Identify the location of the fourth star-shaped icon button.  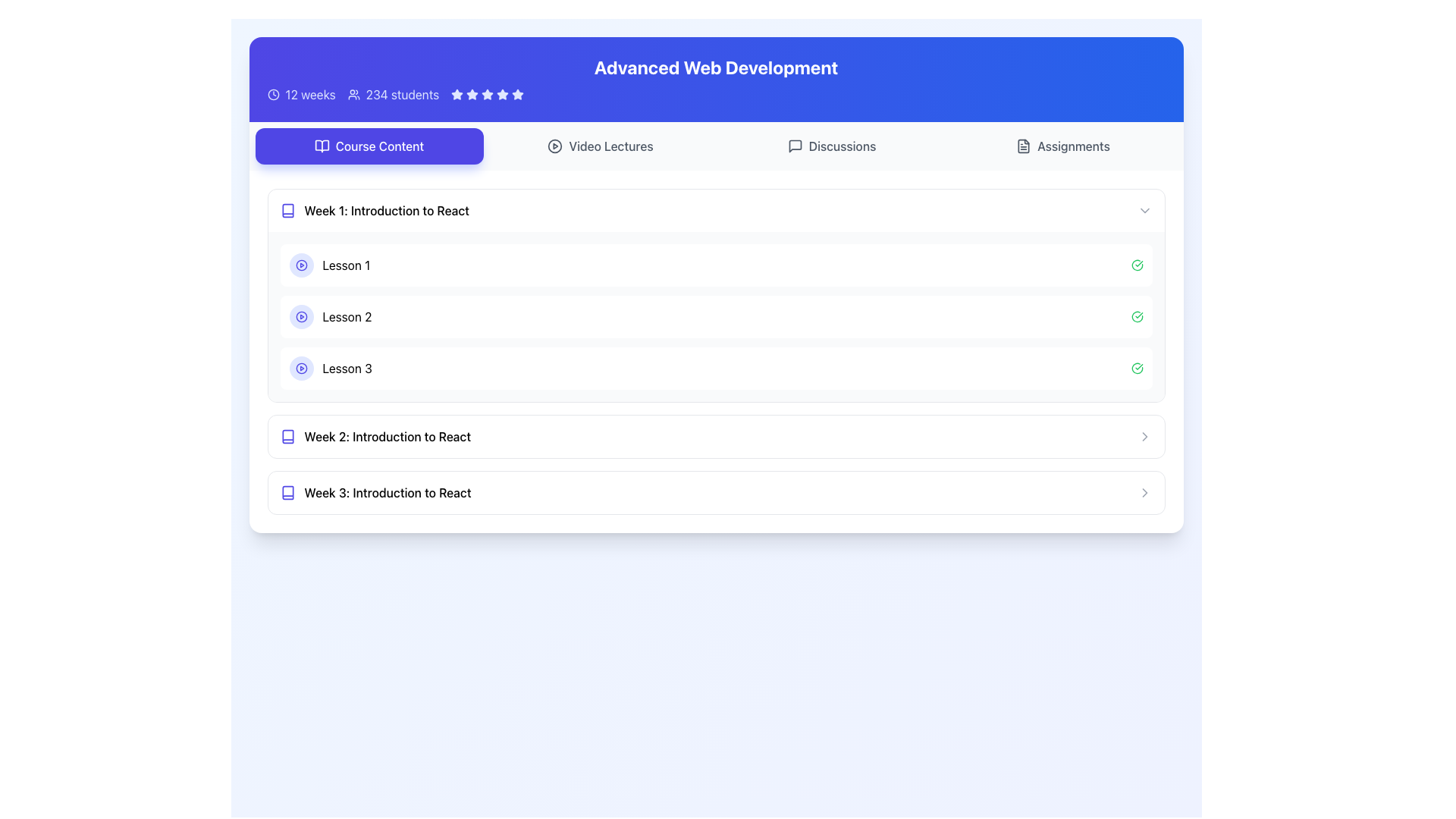
(488, 94).